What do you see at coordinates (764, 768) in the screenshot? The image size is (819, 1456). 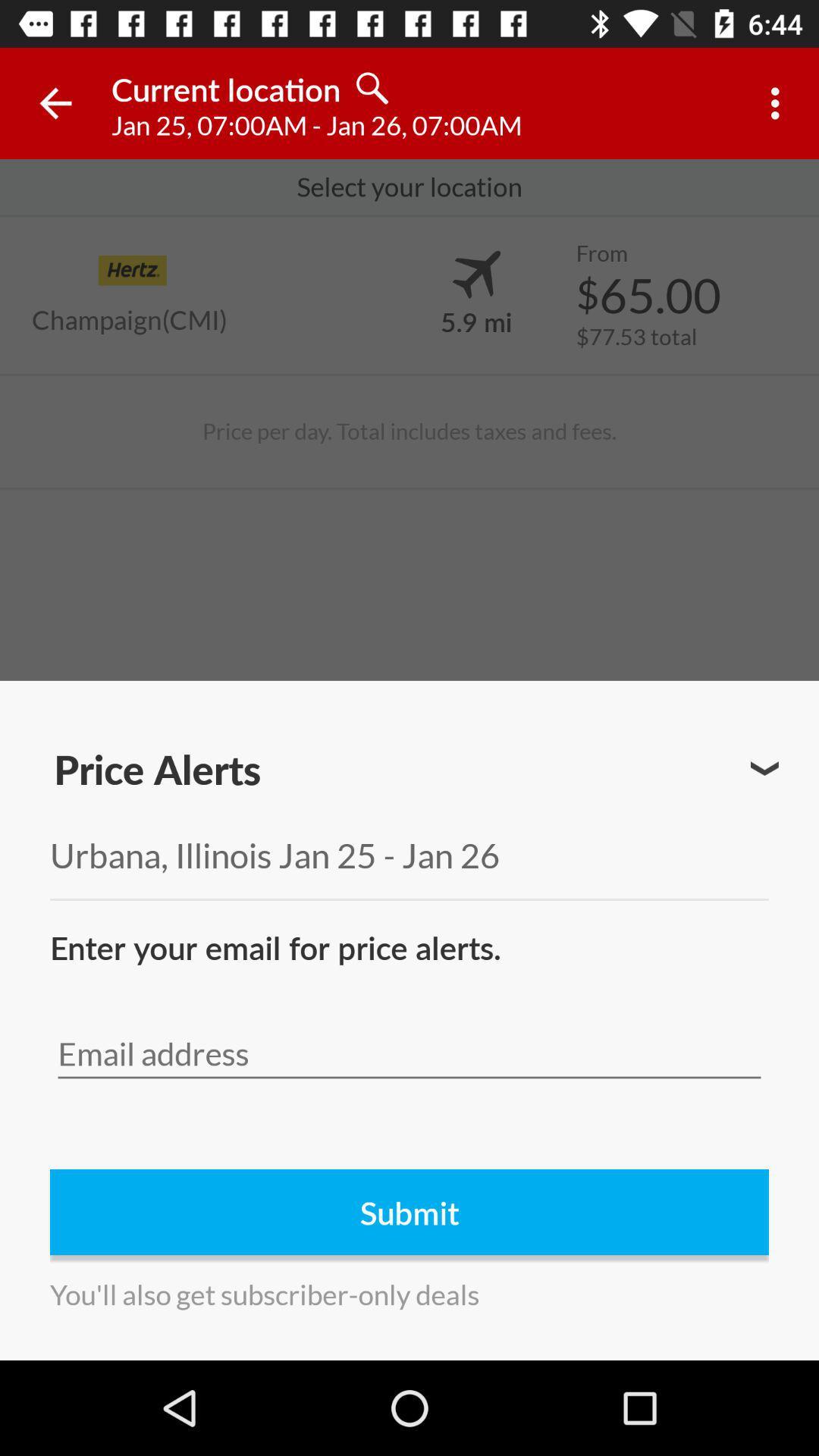 I see `hide popup` at bounding box center [764, 768].